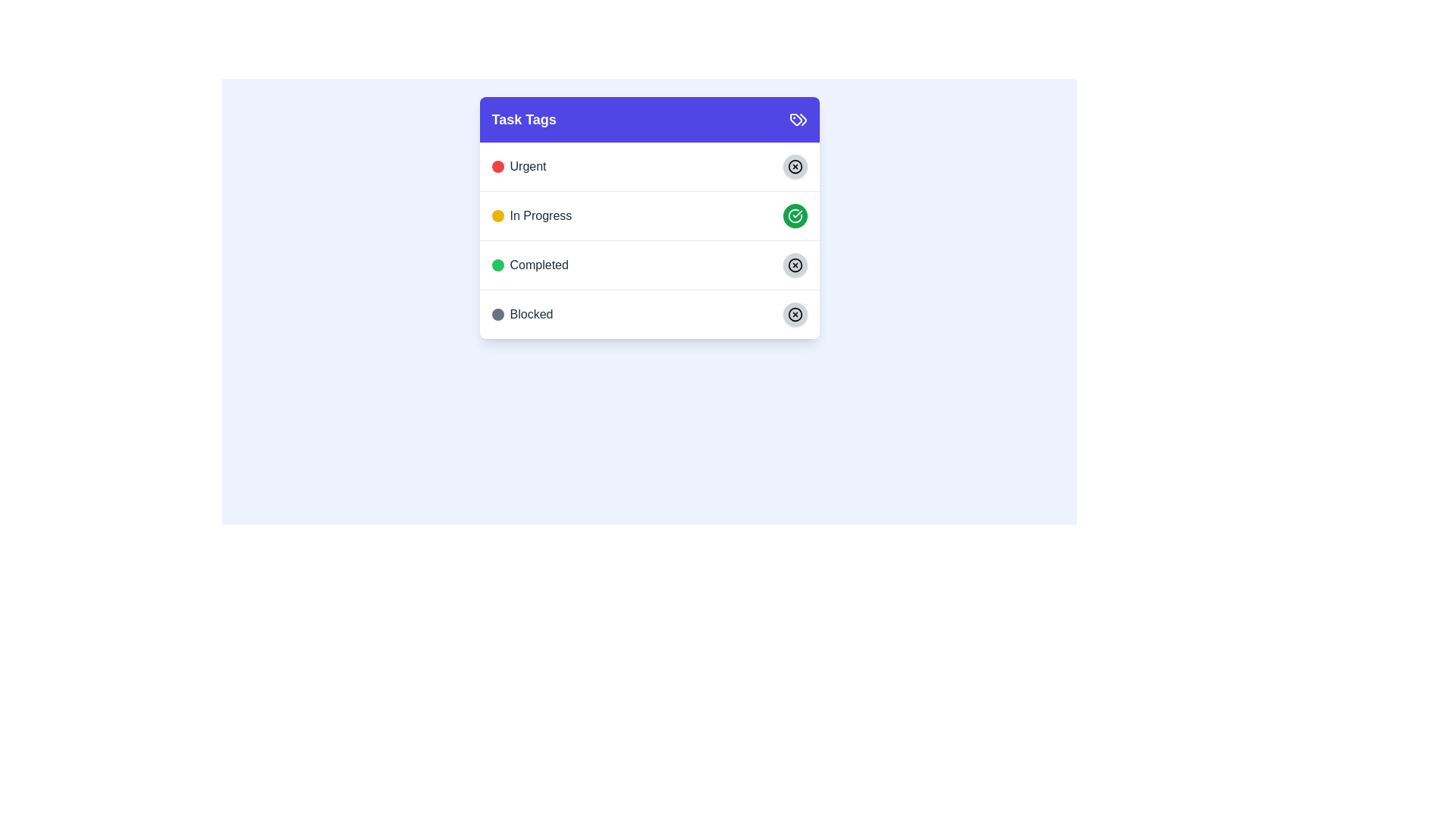  What do you see at coordinates (539, 265) in the screenshot?
I see `the 'Completed' status label located in the 'Task Tags' section, which is the third item in the vertical list between 'In Progress' and 'Blocked'` at bounding box center [539, 265].